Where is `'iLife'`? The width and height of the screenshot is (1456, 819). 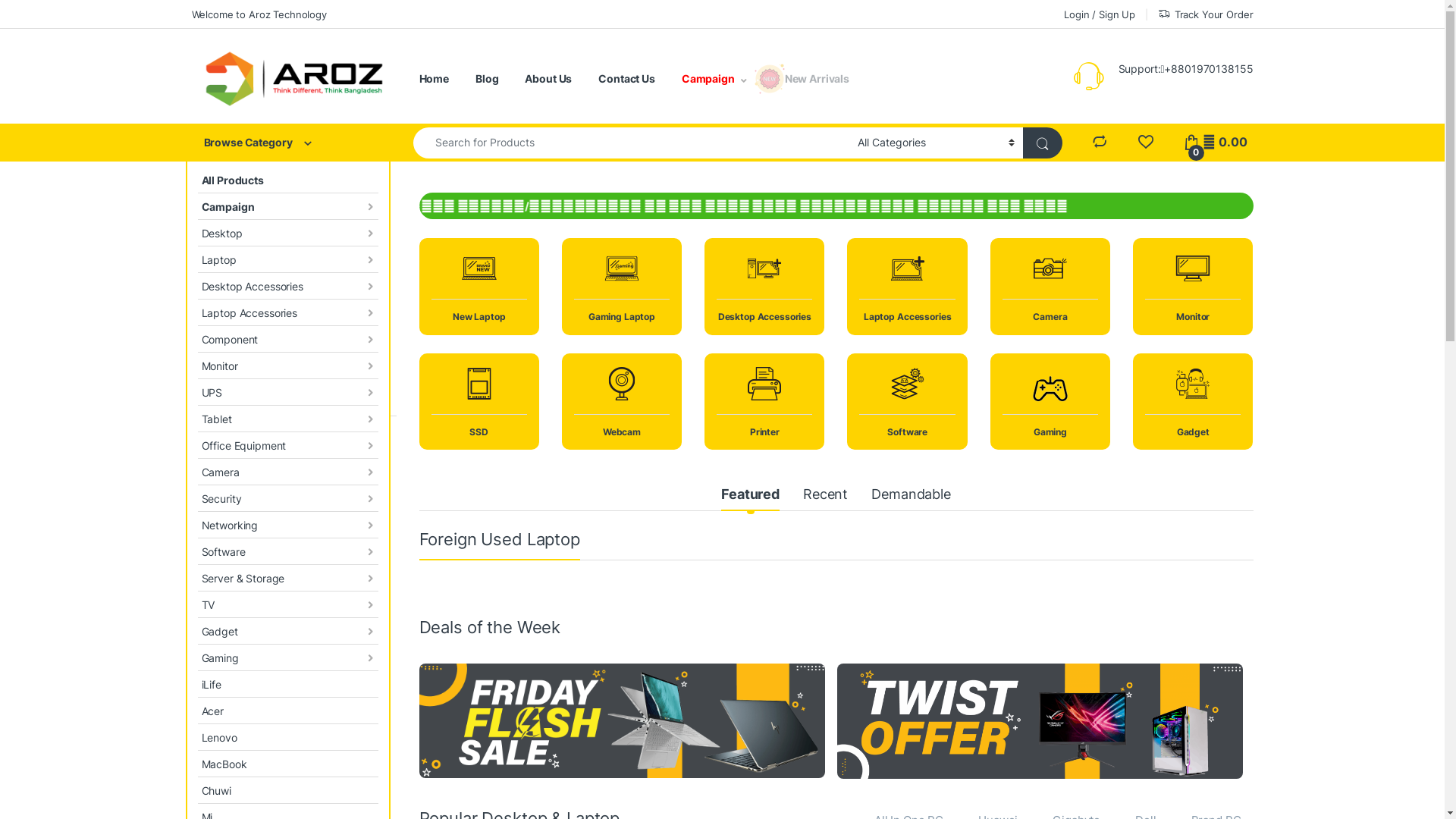
'iLife' is located at coordinates (287, 684).